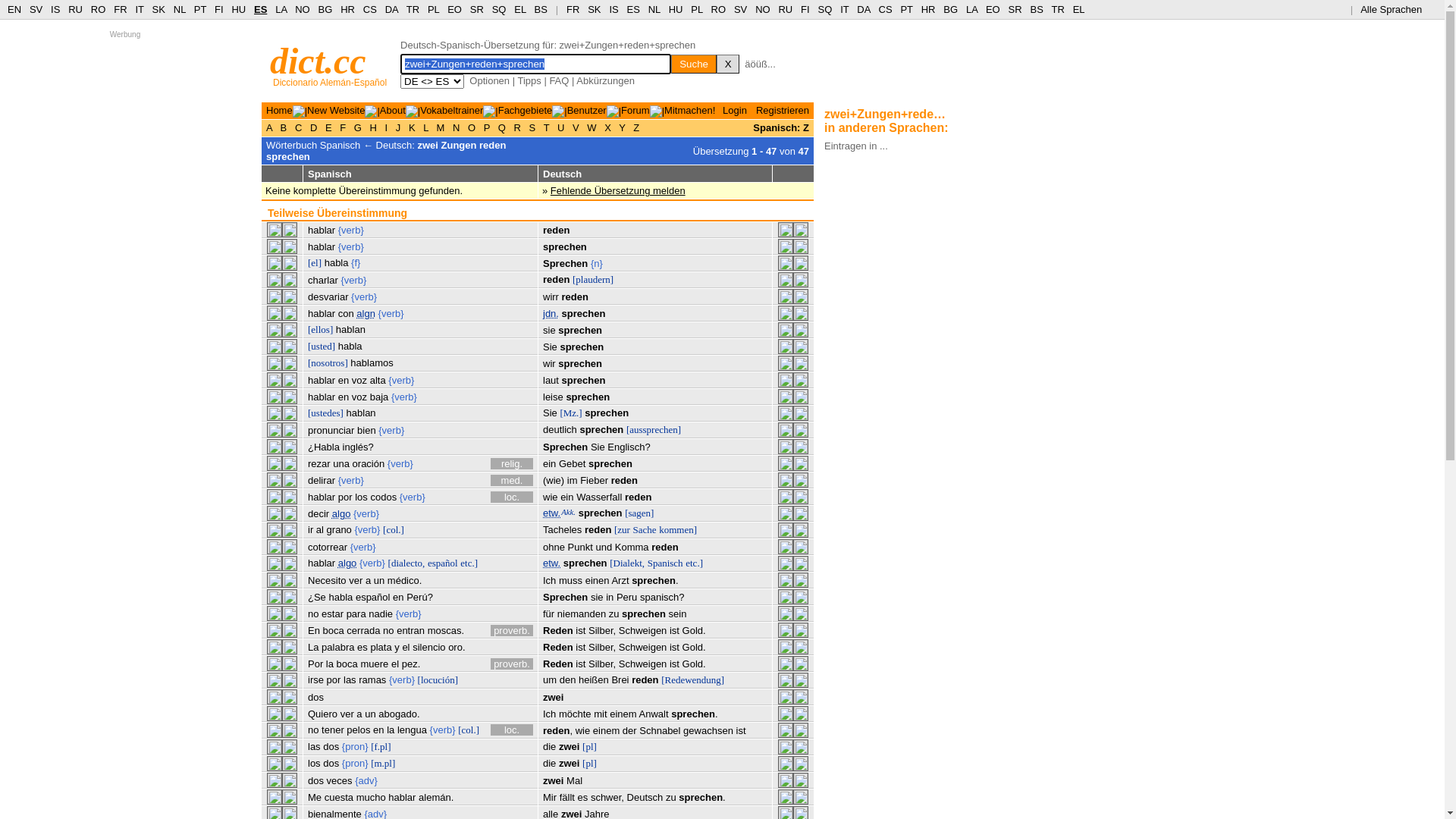 The image size is (1456, 819). Describe the element at coordinates (553, 547) in the screenshot. I see `'ohne'` at that location.